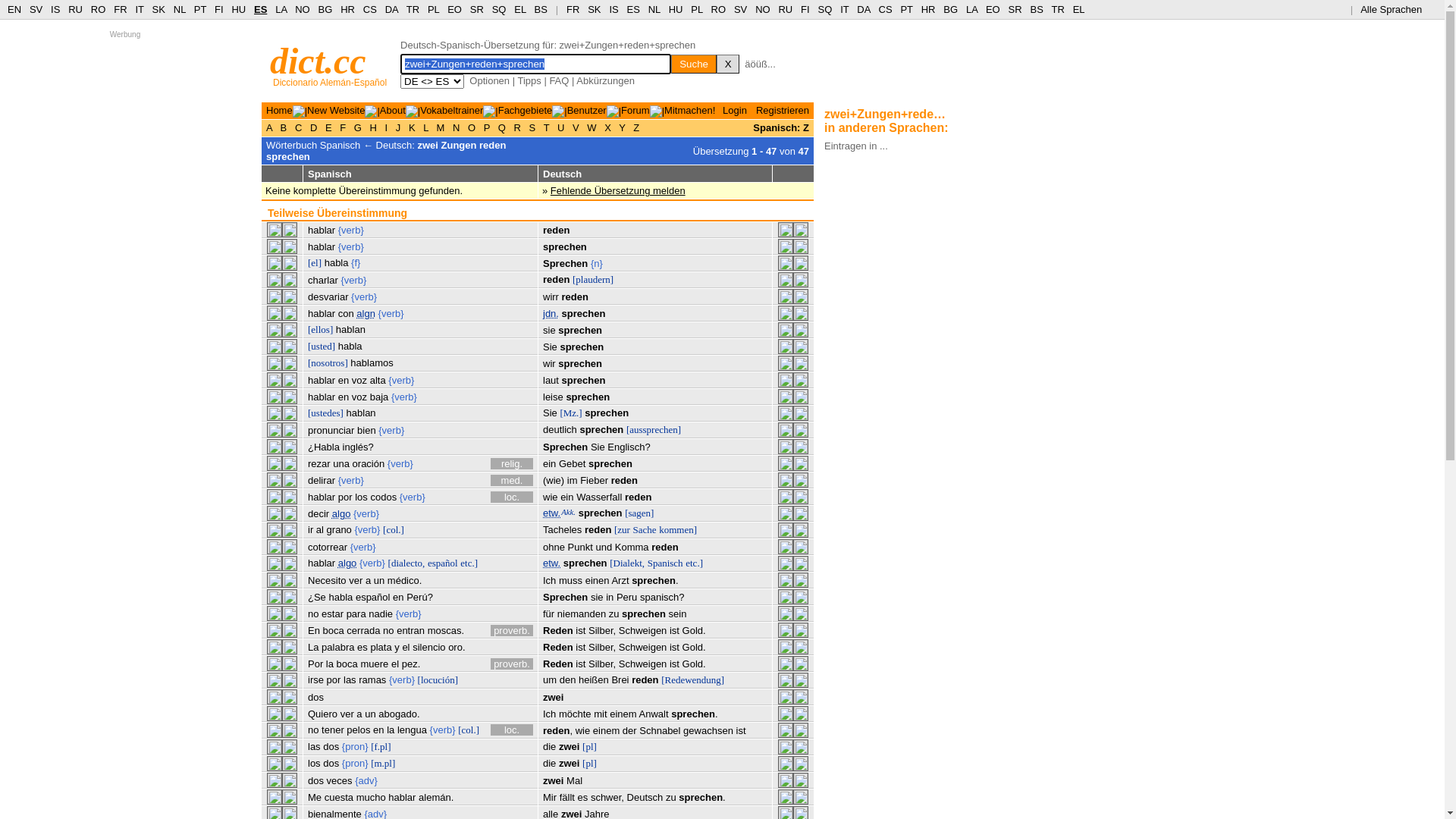 The image size is (1456, 819). Describe the element at coordinates (553, 547) in the screenshot. I see `'ohne'` at that location.